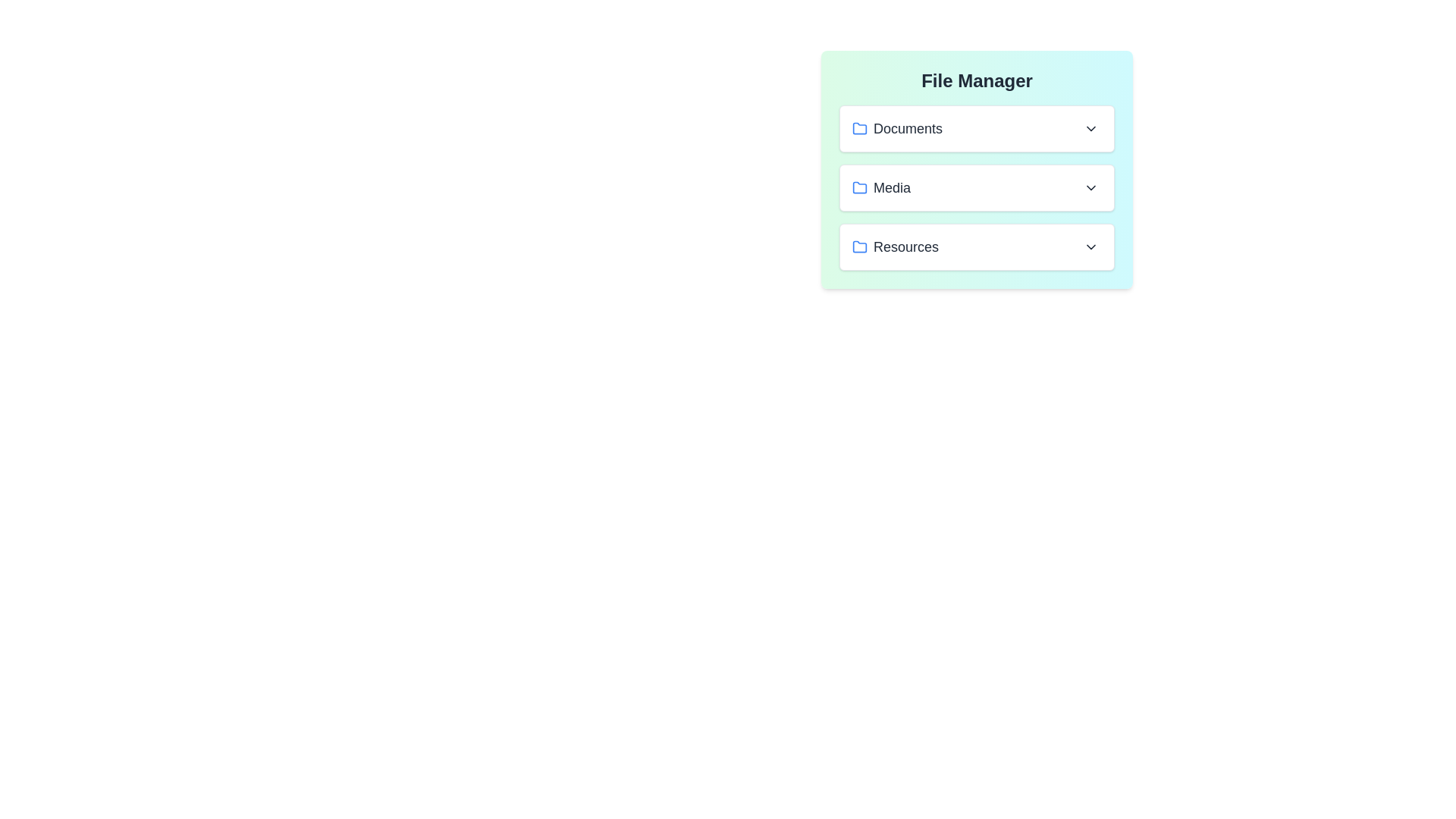 This screenshot has width=1456, height=819. I want to click on the file VacationPhoto.jpg from the folder Resources, so click(977, 246).